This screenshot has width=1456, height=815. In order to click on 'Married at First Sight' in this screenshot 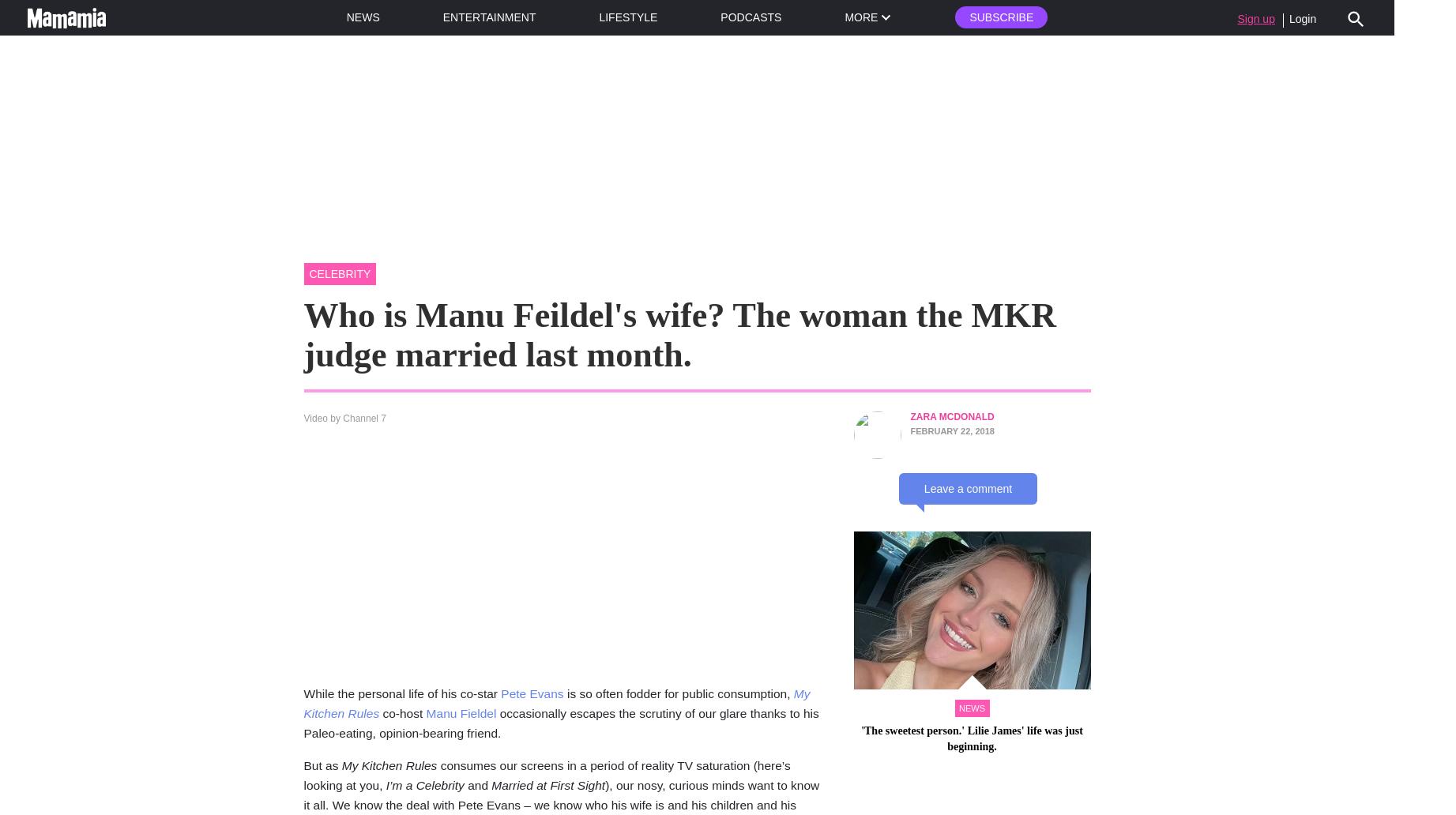, I will do `click(547, 783)`.